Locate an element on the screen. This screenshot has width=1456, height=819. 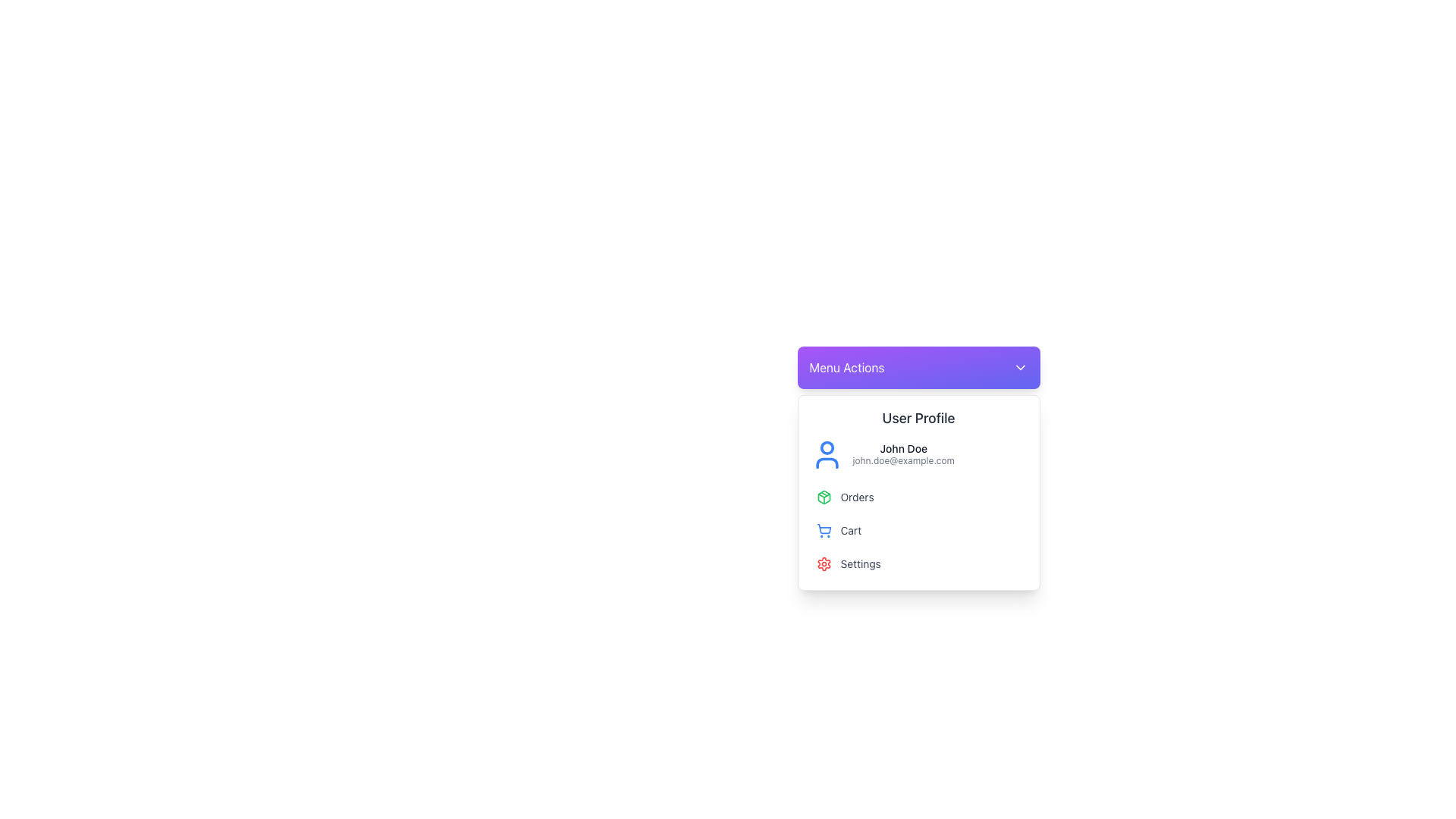
the user profile section displaying 'John Doe' and 'john.doe@example.com', which includes a blue circular user icon to the left, located below the 'User Profile' label in the dropdown menu is located at coordinates (918, 454).